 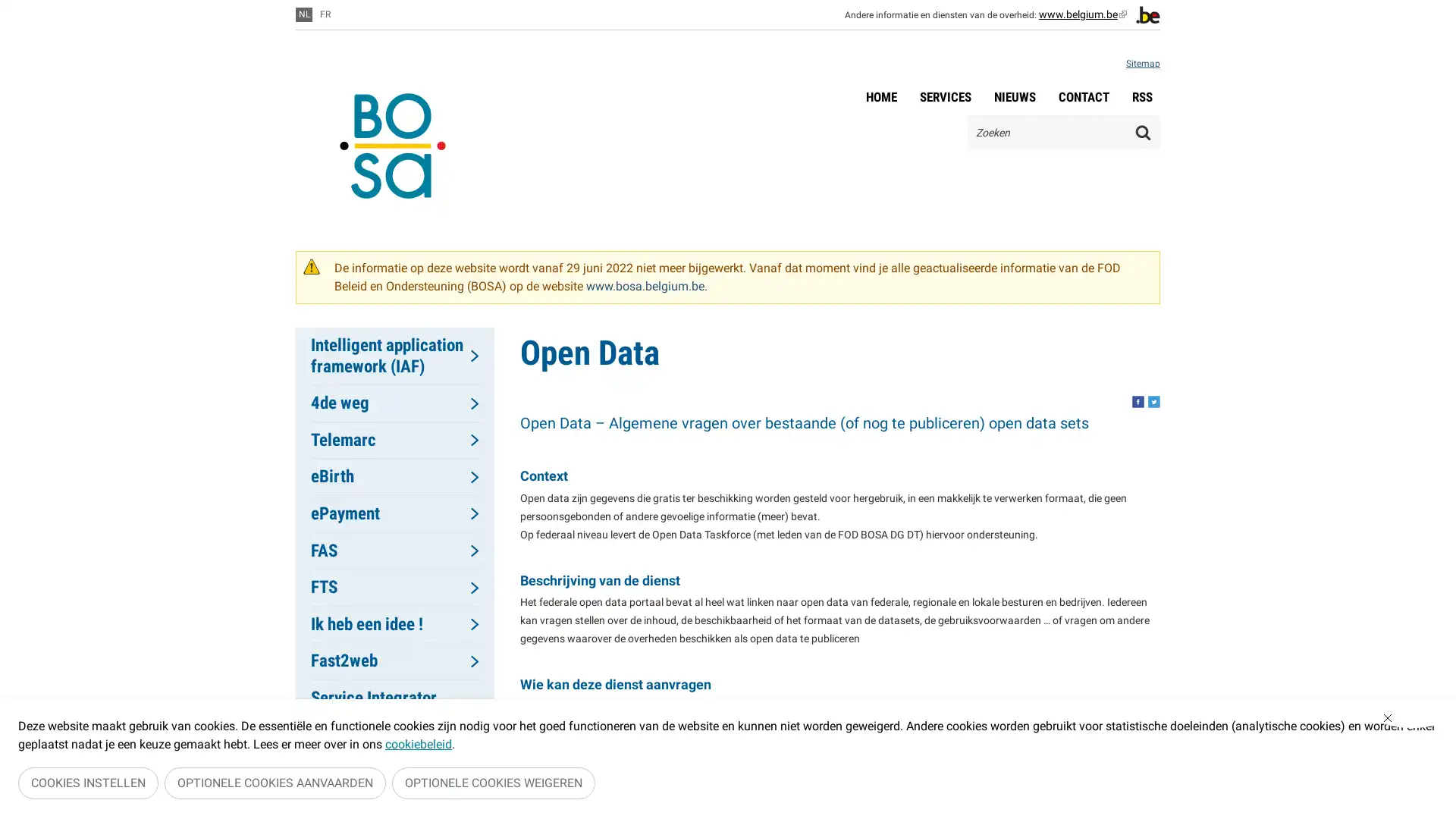 I want to click on OPTIONELE COOKIES WEIGEREN, so click(x=494, y=784).